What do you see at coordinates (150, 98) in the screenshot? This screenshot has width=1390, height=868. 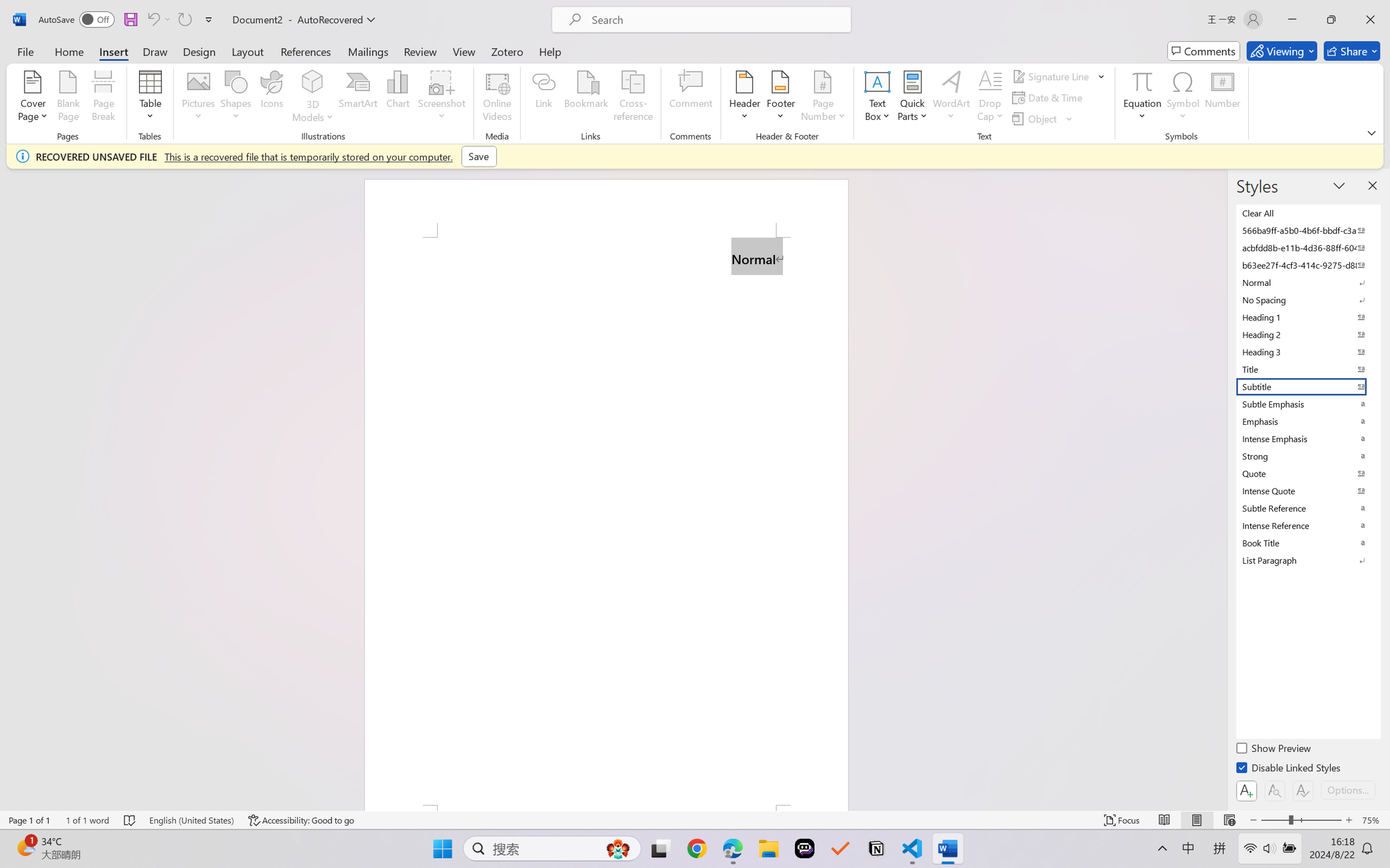 I see `'Table'` at bounding box center [150, 98].